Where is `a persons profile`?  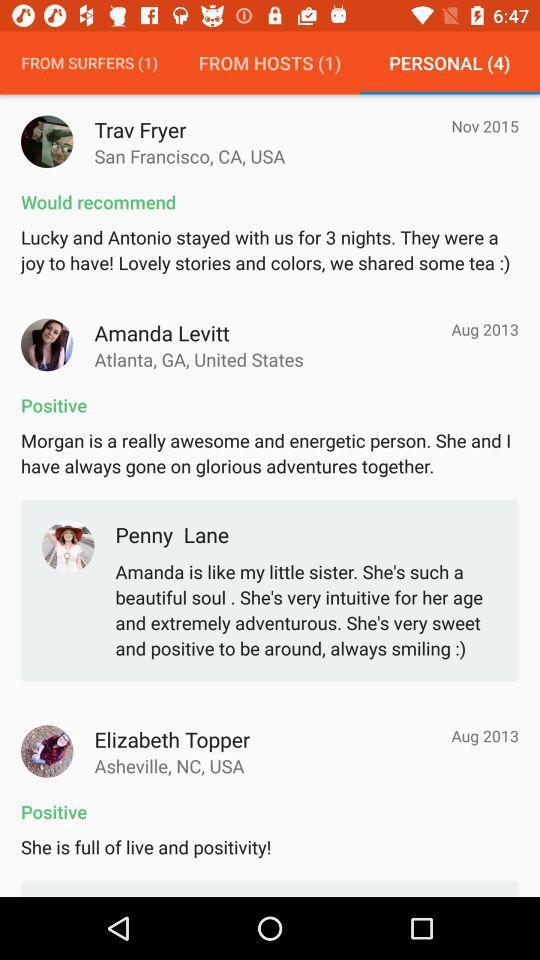
a persons profile is located at coordinates (47, 750).